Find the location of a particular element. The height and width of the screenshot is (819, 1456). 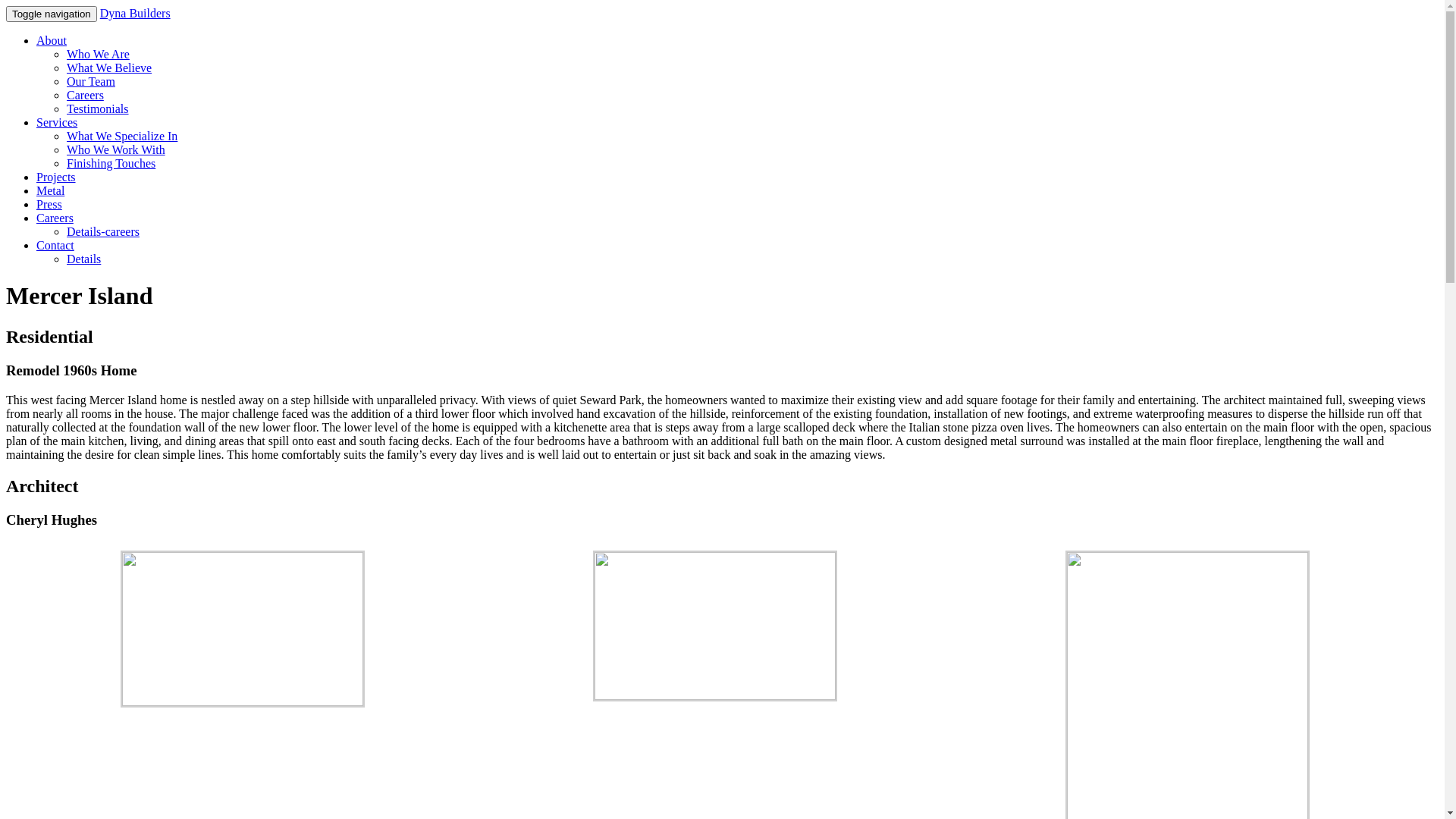

'Details-careers' is located at coordinates (102, 231).